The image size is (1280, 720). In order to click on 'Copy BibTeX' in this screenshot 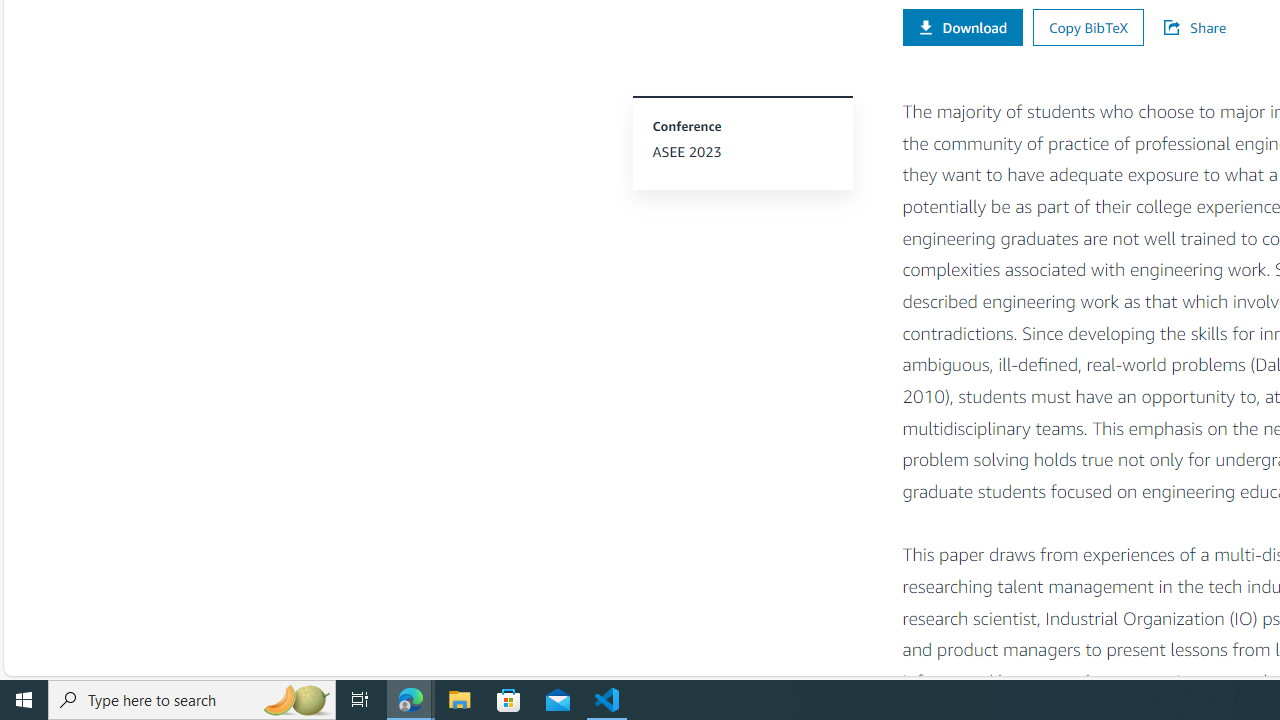, I will do `click(1087, 27)`.